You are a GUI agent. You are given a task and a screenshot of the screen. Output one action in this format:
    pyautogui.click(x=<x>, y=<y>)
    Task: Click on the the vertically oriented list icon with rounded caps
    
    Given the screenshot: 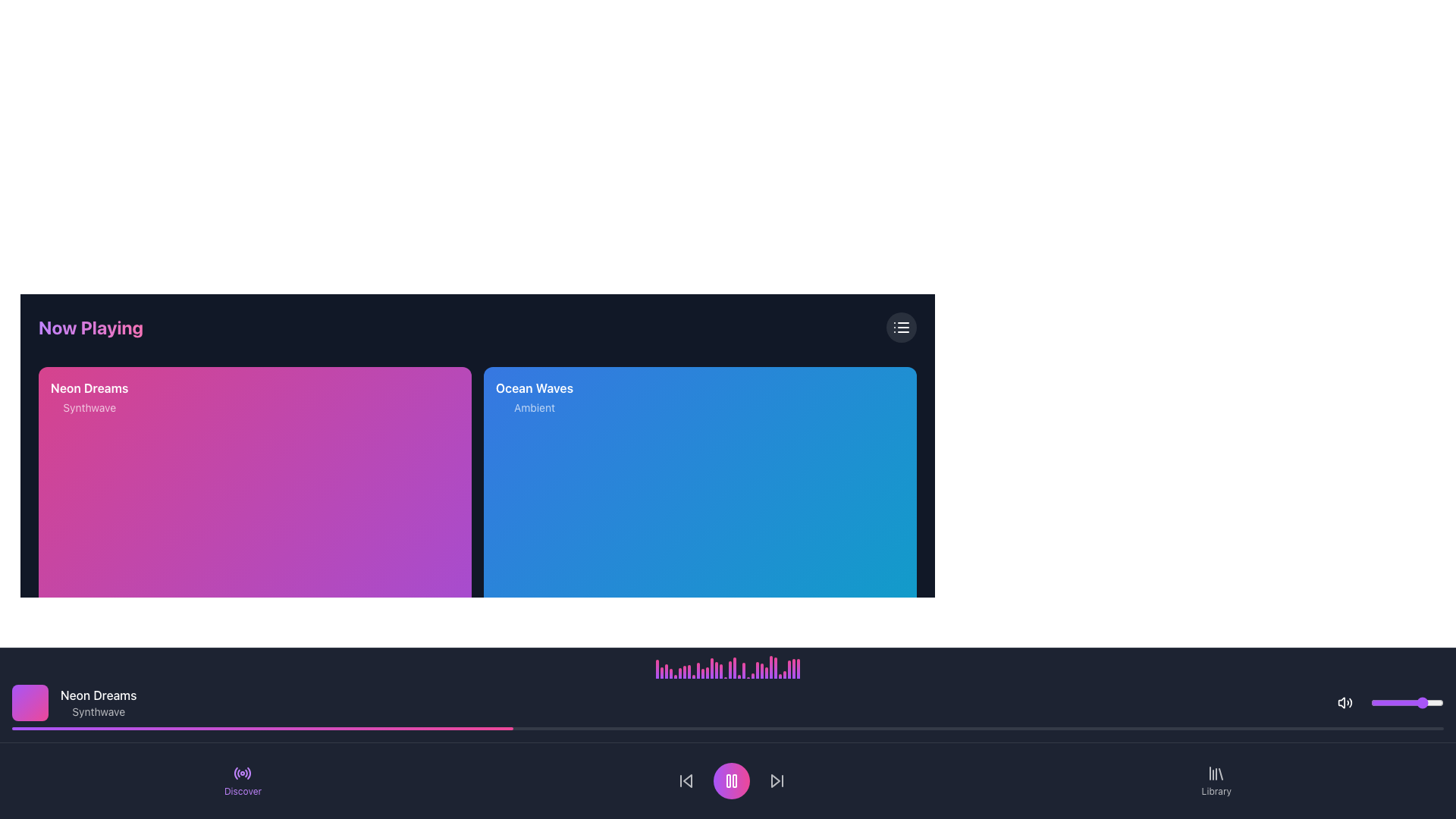 What is the action you would take?
    pyautogui.click(x=902, y=327)
    